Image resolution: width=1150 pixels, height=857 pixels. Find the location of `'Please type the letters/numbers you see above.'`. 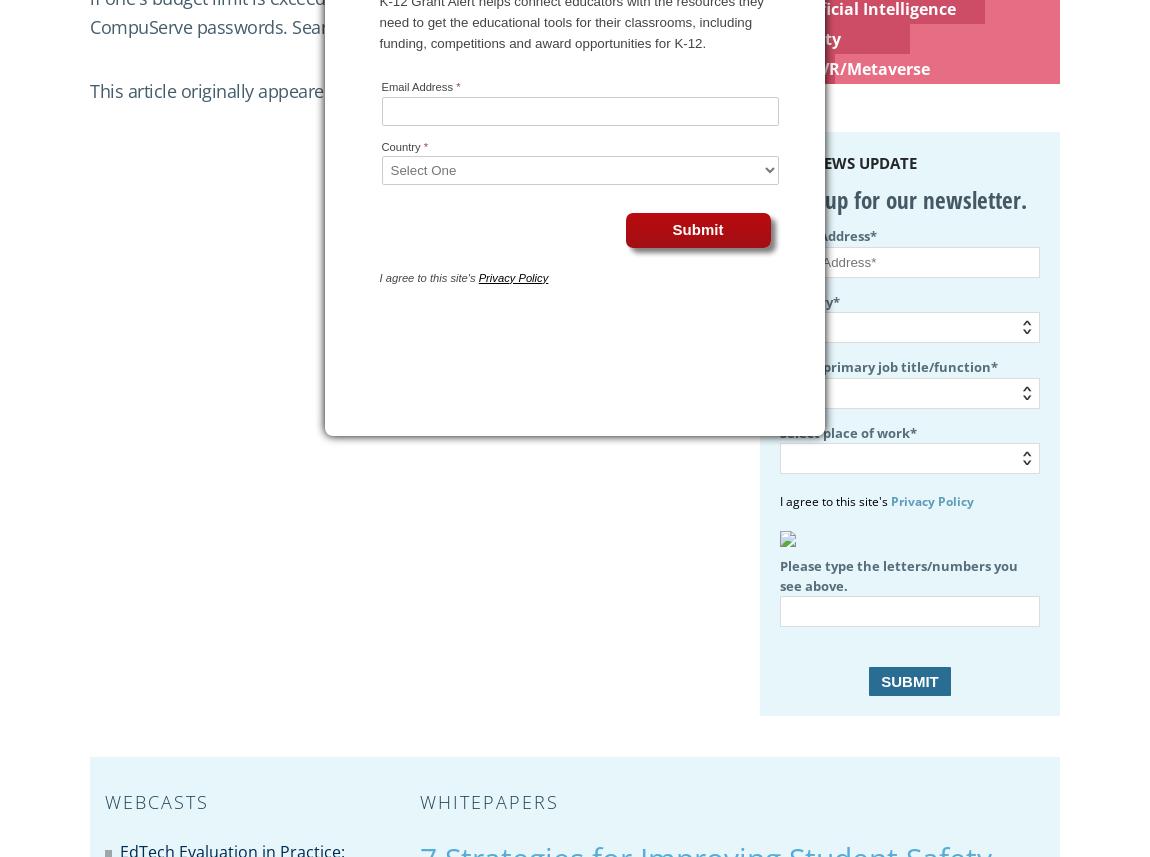

'Please type the letters/numbers you see above.' is located at coordinates (898, 575).